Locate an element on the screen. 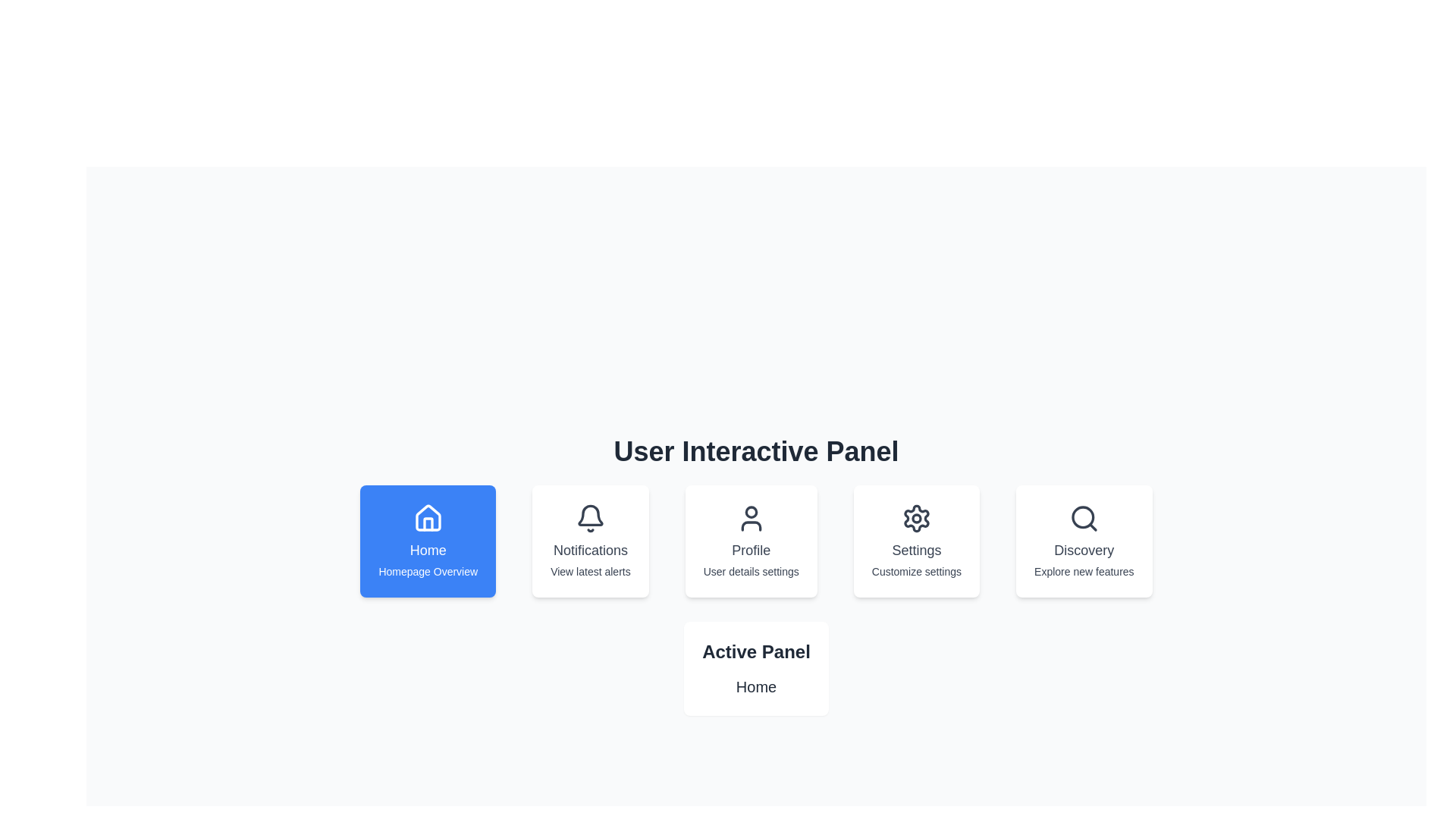  the third card labeled 'Profile' in the User Interactive Panel is located at coordinates (751, 540).